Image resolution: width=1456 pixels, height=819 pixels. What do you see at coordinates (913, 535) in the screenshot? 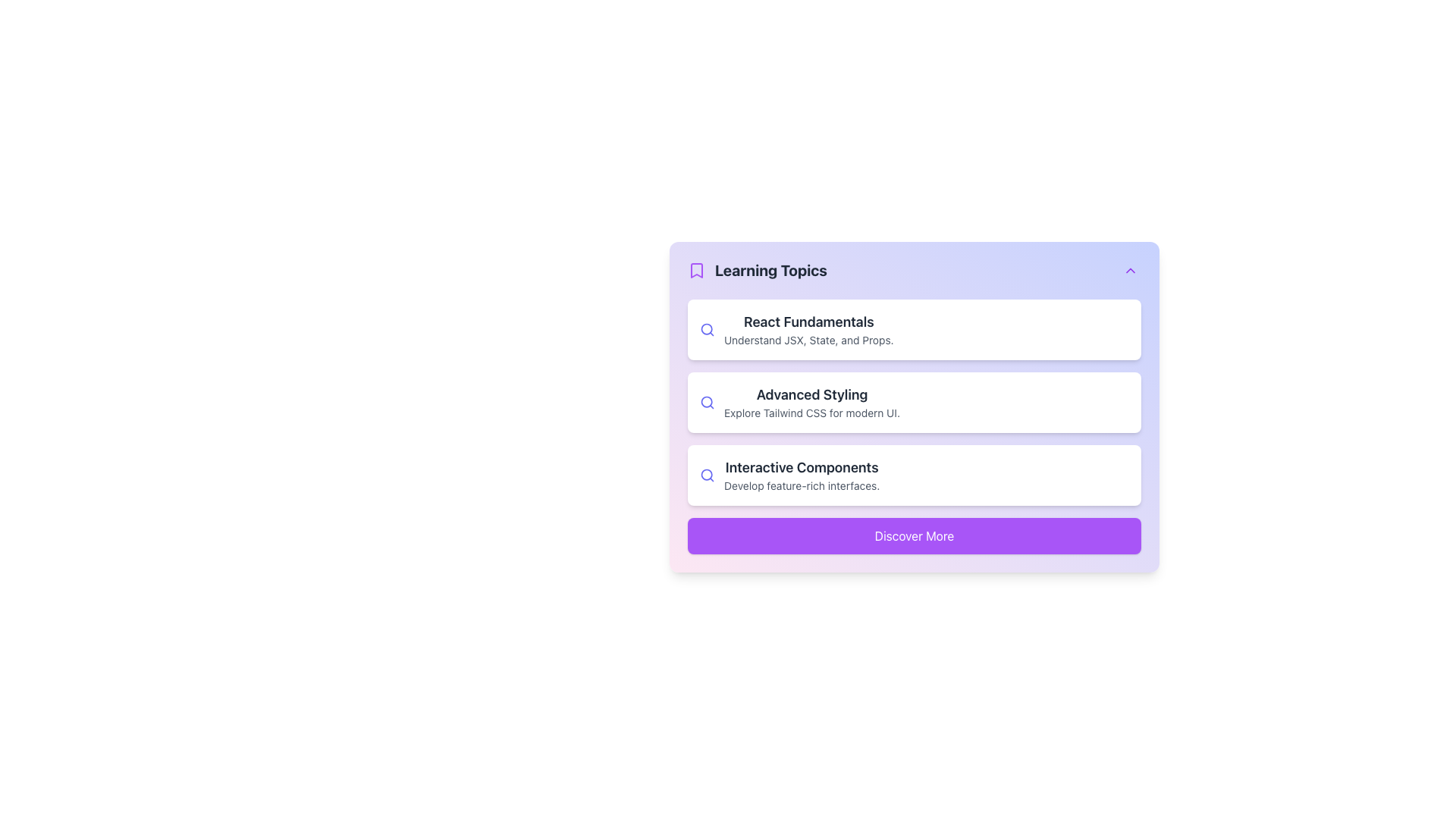
I see `the 'Discover More' button with a vibrant purple background and white text` at bounding box center [913, 535].